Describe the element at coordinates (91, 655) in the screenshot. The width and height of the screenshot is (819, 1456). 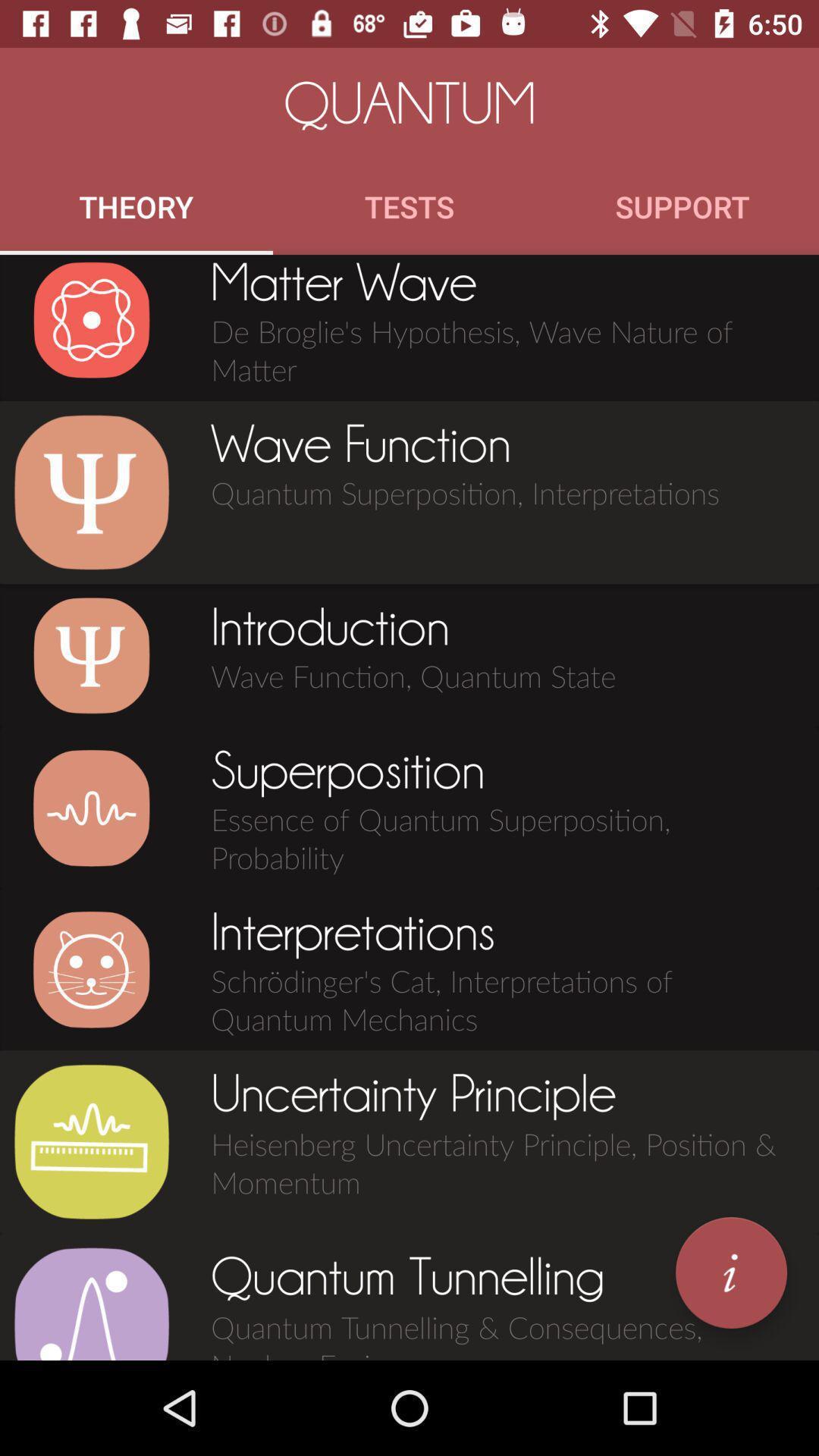
I see `button` at that location.